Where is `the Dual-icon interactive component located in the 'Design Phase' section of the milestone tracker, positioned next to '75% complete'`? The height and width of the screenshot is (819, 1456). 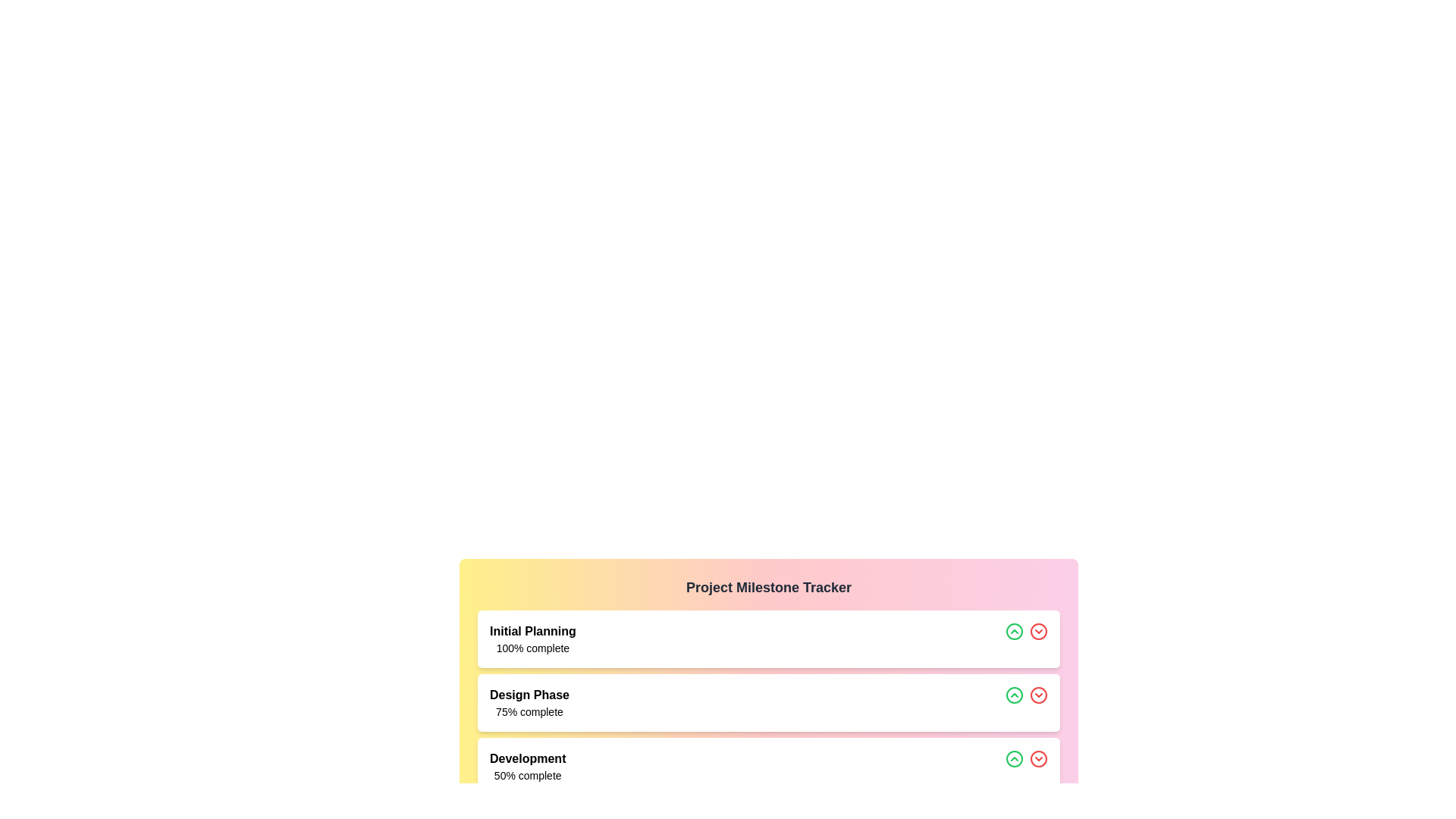 the Dual-icon interactive component located in the 'Design Phase' section of the milestone tracker, positioned next to '75% complete' is located at coordinates (1026, 702).